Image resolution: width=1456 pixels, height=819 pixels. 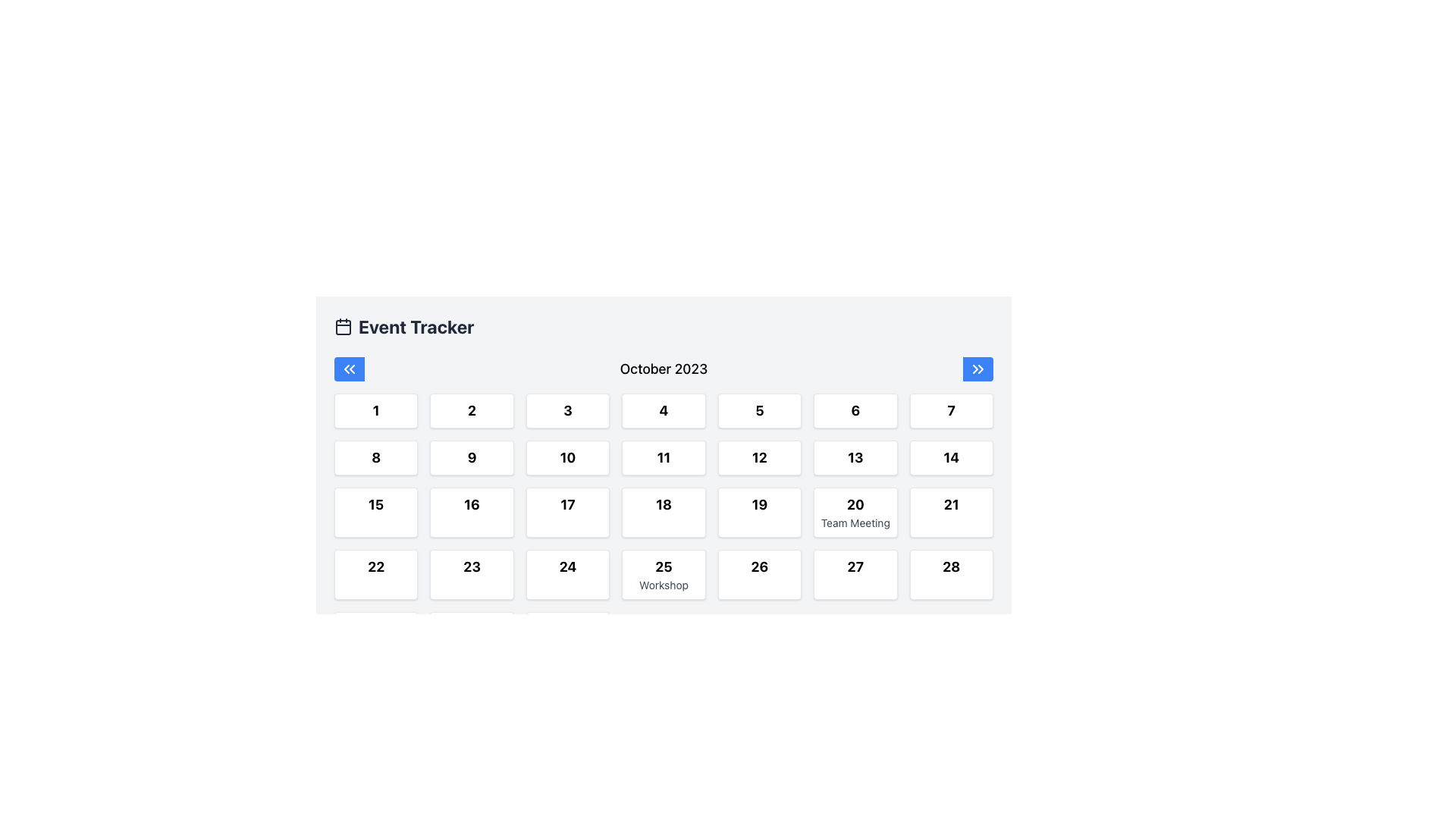 What do you see at coordinates (471, 512) in the screenshot?
I see `the calendar date cell displaying the number '16'` at bounding box center [471, 512].